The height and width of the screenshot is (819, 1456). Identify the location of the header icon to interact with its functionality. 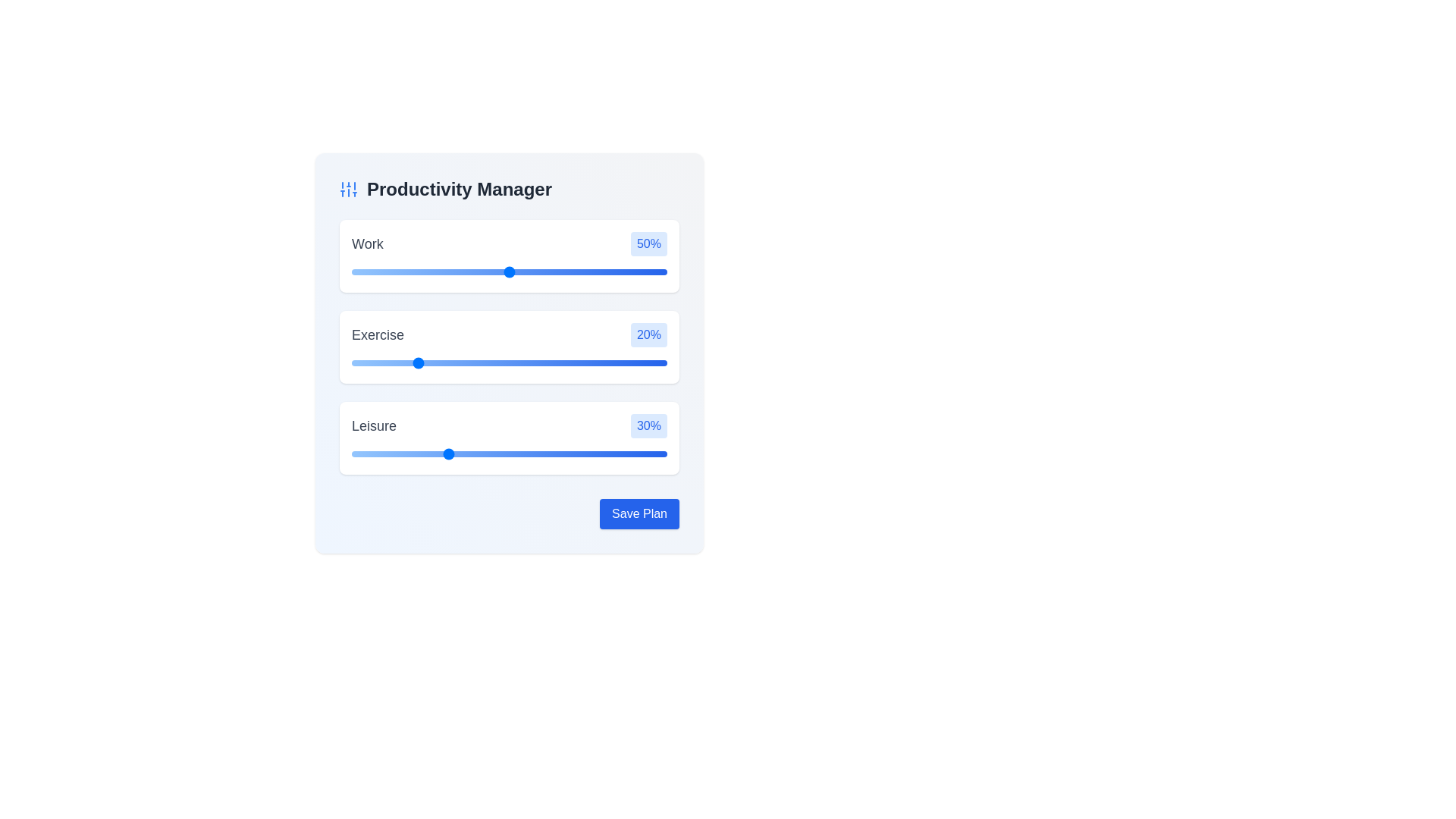
(348, 189).